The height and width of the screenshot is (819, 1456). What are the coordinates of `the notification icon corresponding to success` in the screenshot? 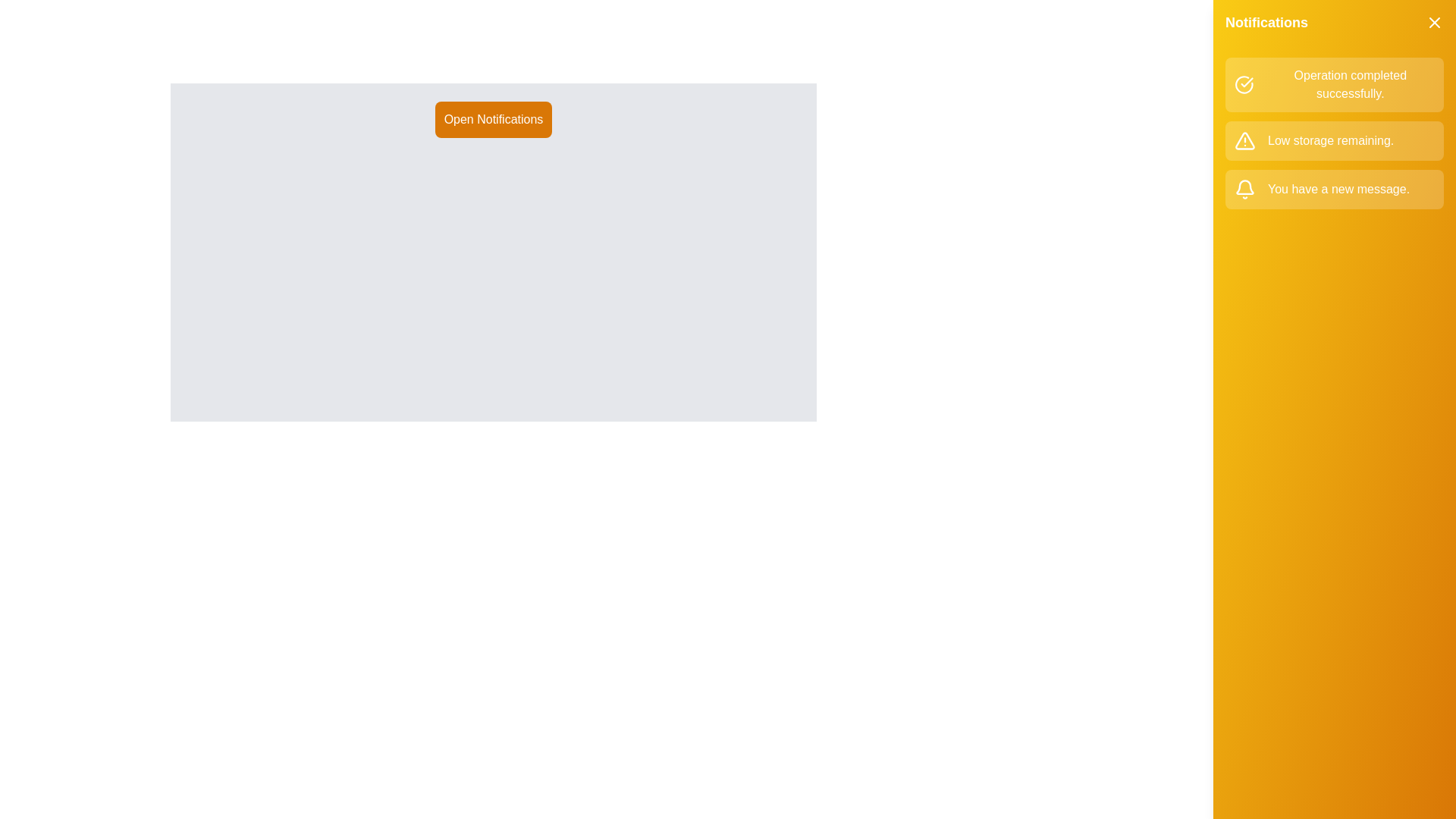 It's located at (1244, 84).